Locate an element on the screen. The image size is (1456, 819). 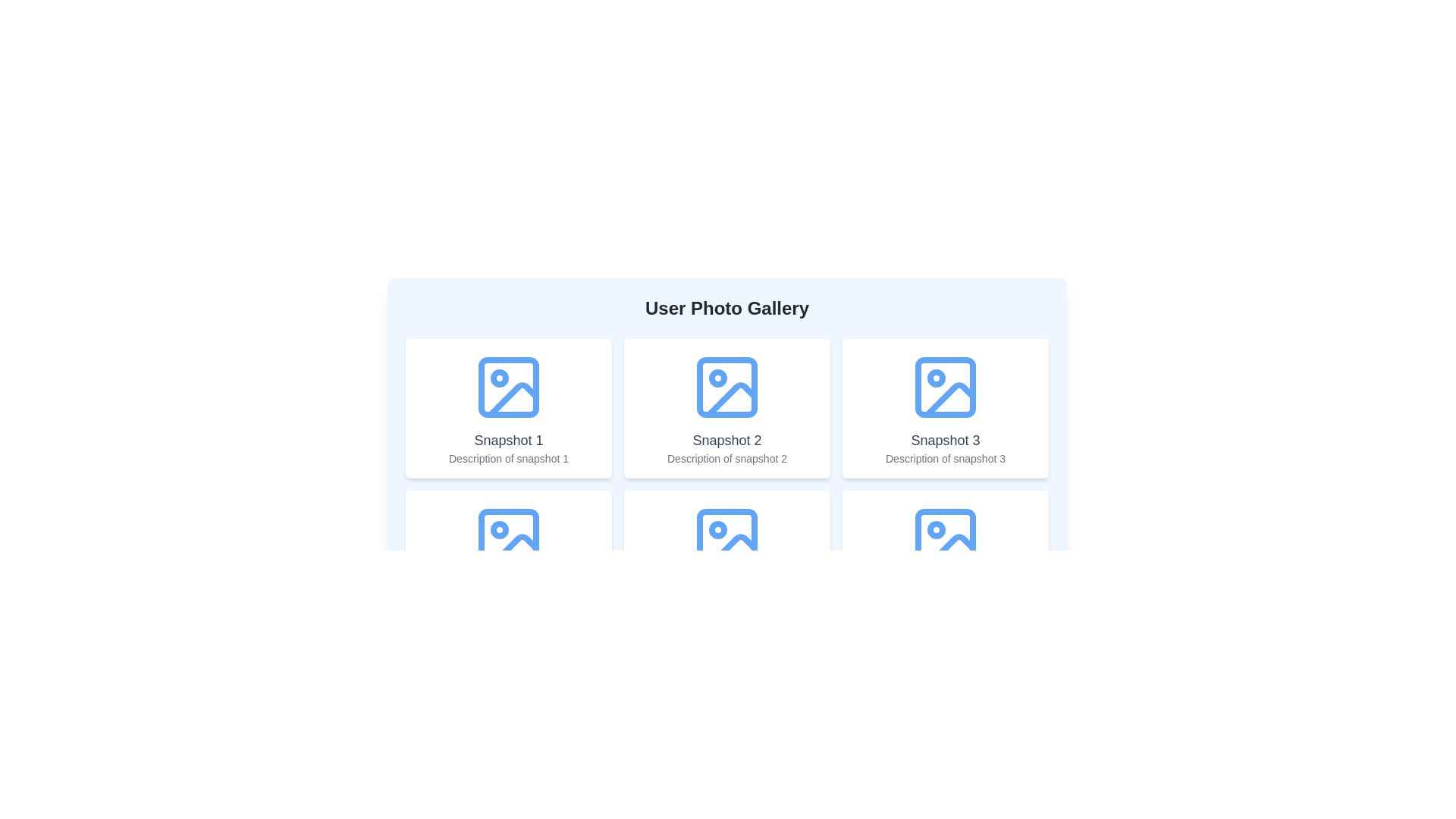
the icon in the User Photo Gallery section, which features a blue outline with a rectangle and rounded corners, containing a circle and a diagonal line, located above 'Snapshot 2' and its description is located at coordinates (726, 386).